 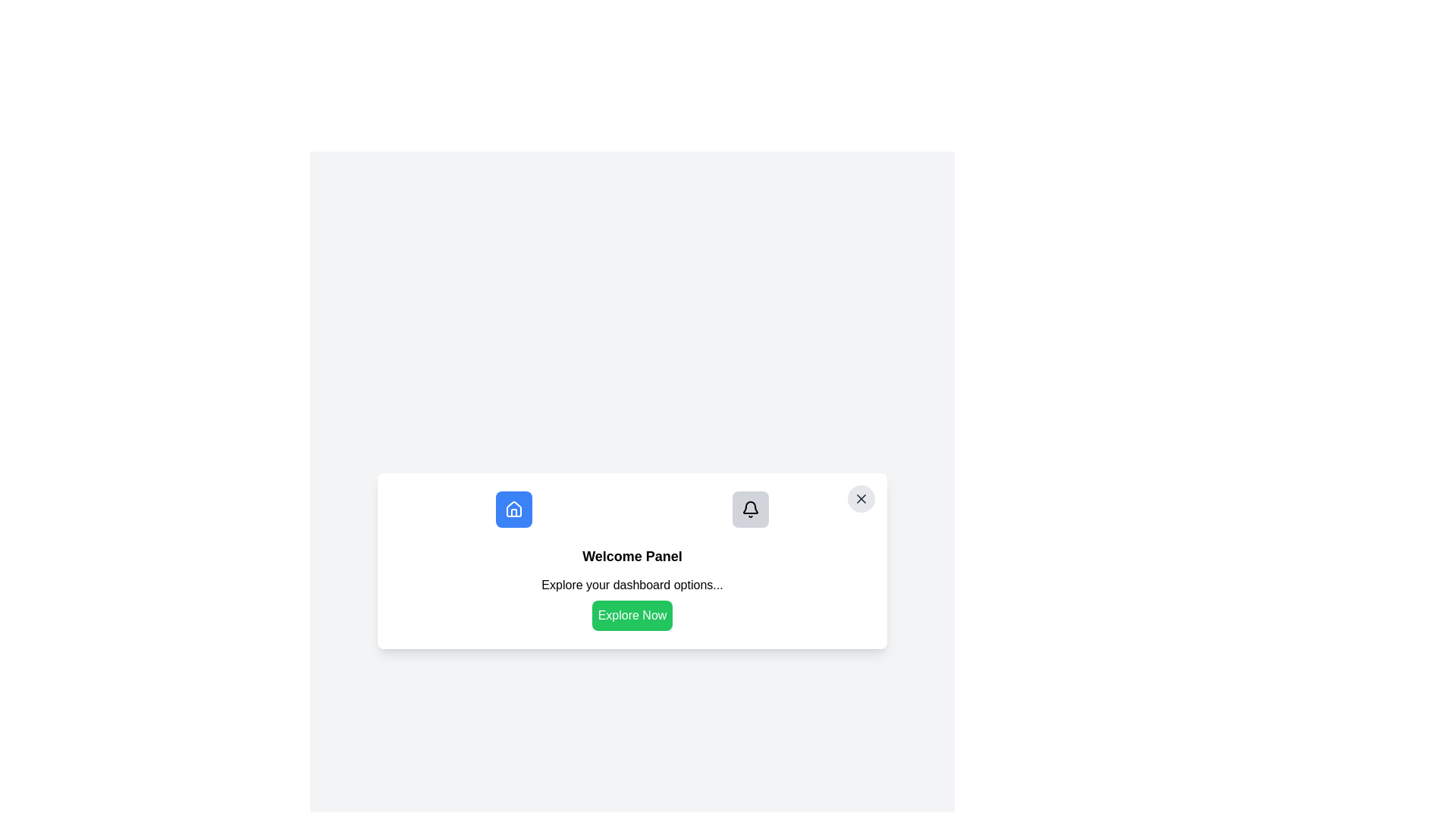 What do you see at coordinates (861, 499) in the screenshot?
I see `the circular button with a light gray background and an 'X' icon in the center, located at the top-right corner of the 'Welcome Panel'` at bounding box center [861, 499].